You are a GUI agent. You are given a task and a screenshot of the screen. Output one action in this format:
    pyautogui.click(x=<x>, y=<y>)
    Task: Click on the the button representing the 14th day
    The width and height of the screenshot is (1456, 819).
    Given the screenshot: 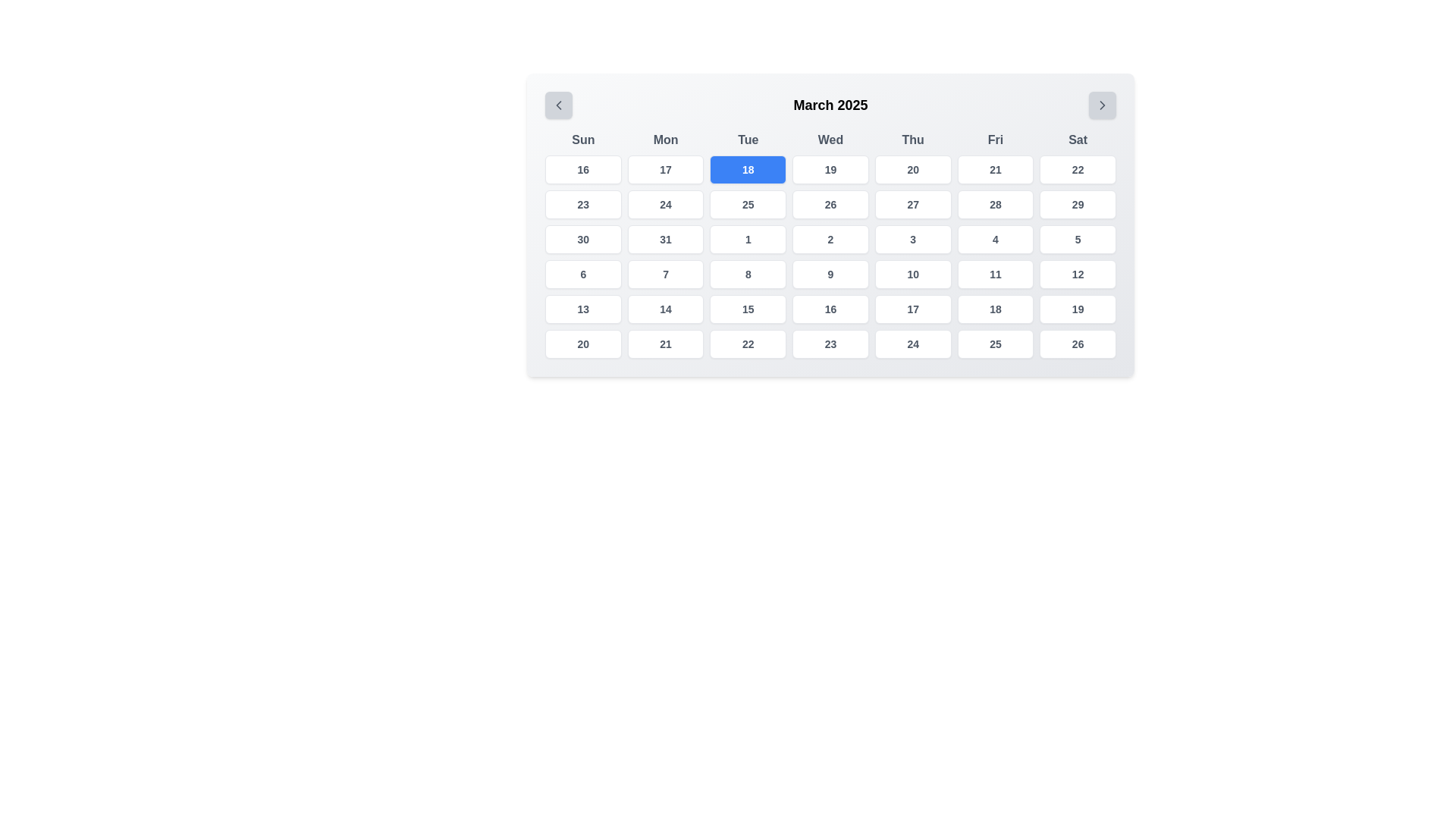 What is the action you would take?
    pyautogui.click(x=666, y=309)
    